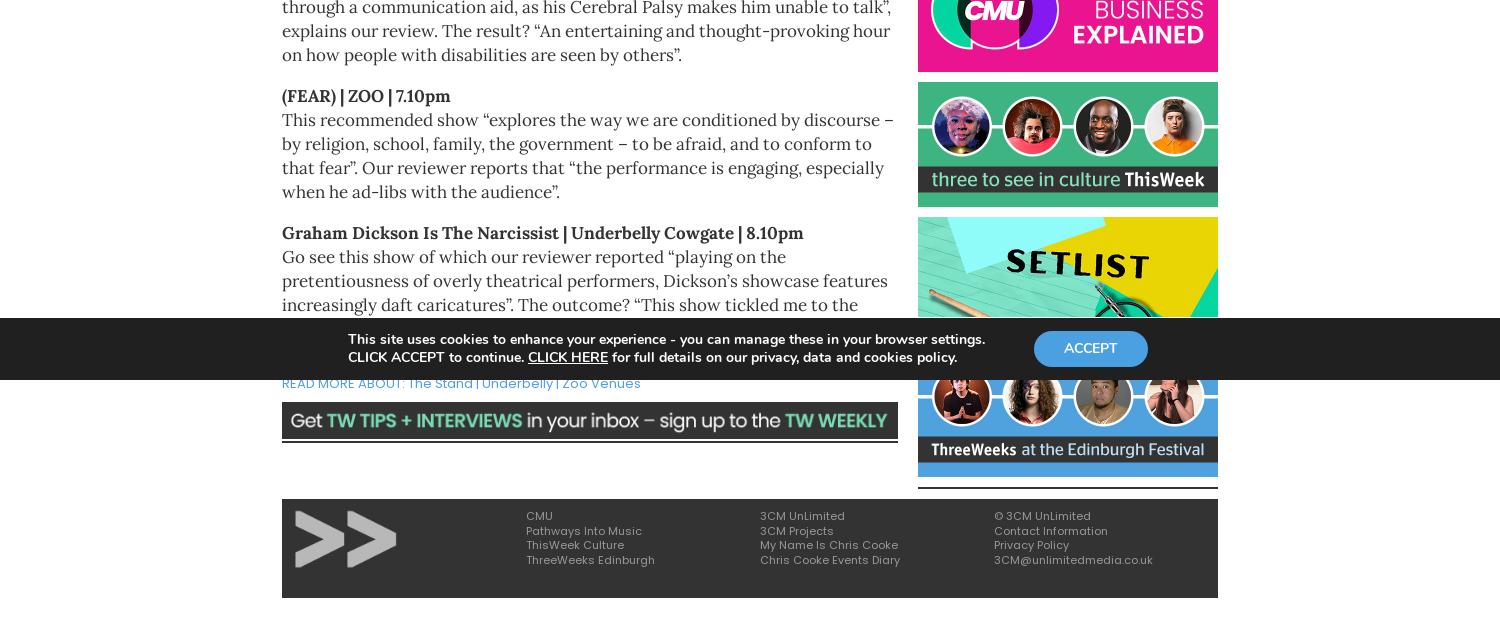  Describe the element at coordinates (480, 382) in the screenshot. I see `'Underbelly'` at that location.